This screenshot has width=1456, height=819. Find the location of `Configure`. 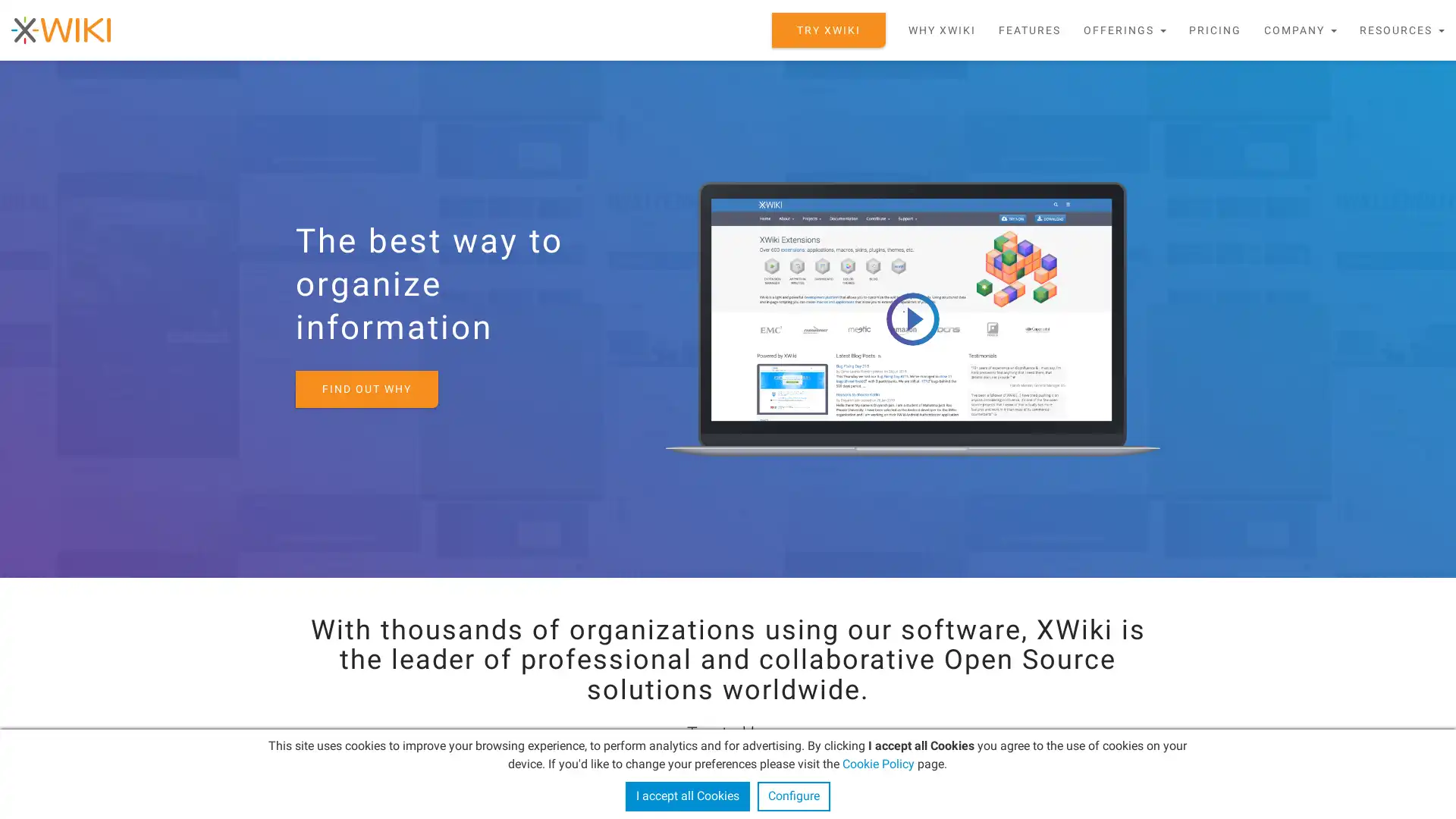

Configure is located at coordinates (792, 795).